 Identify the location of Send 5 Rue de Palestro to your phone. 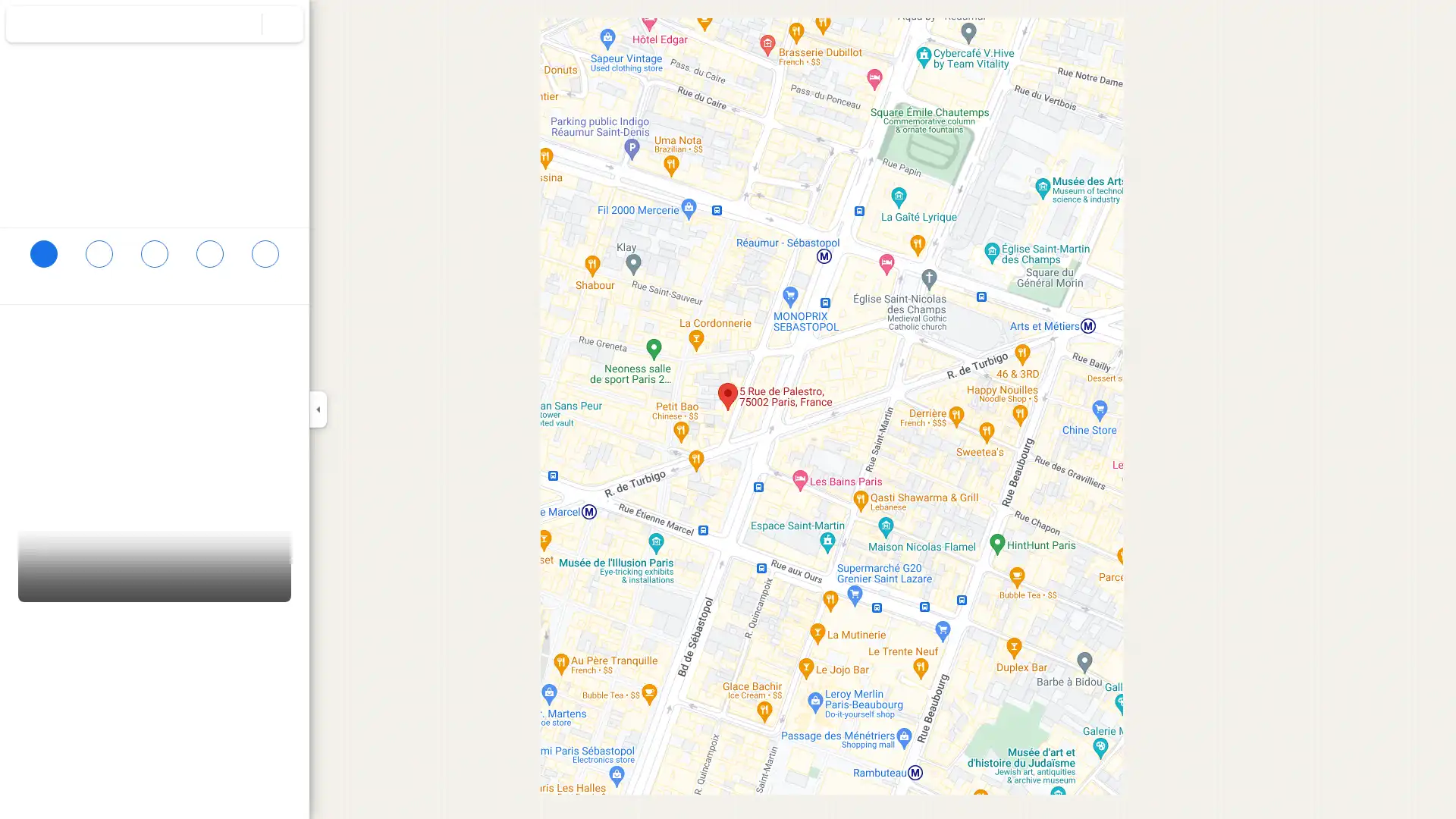
(209, 265).